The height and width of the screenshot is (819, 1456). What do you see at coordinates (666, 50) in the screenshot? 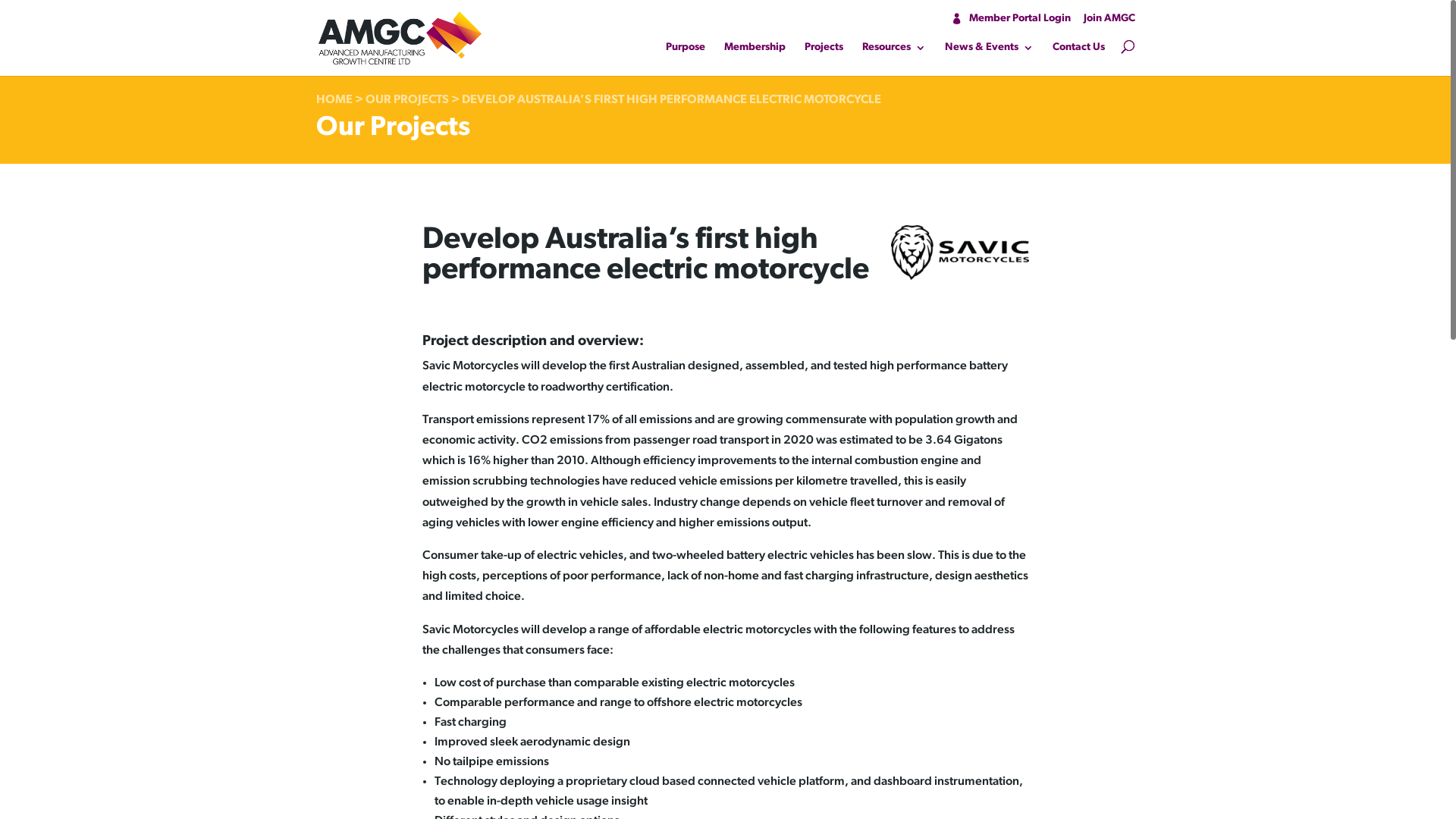
I see `'Purpose'` at bounding box center [666, 50].